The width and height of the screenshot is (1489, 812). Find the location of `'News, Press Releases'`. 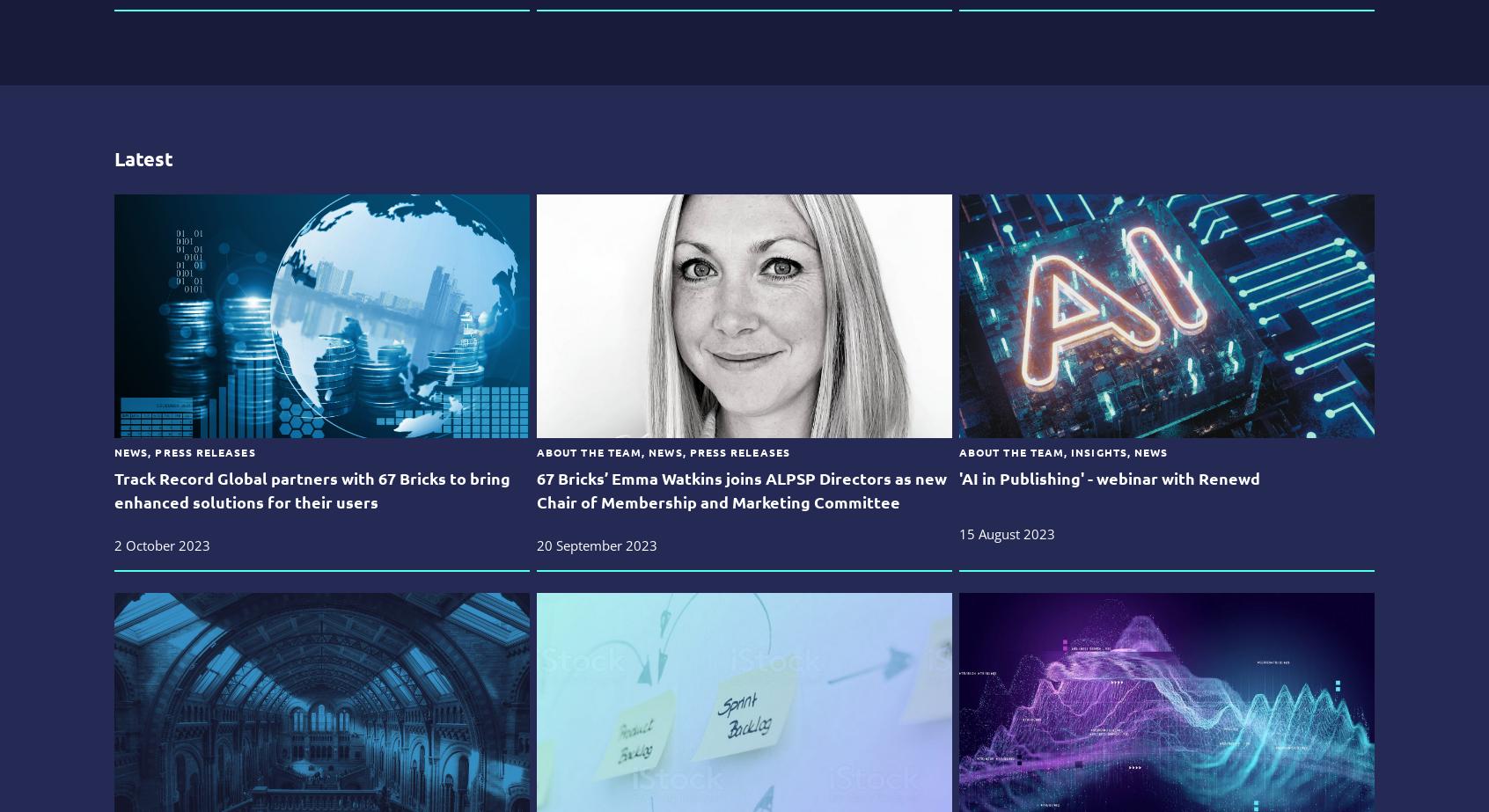

'News, Press Releases' is located at coordinates (183, 451).